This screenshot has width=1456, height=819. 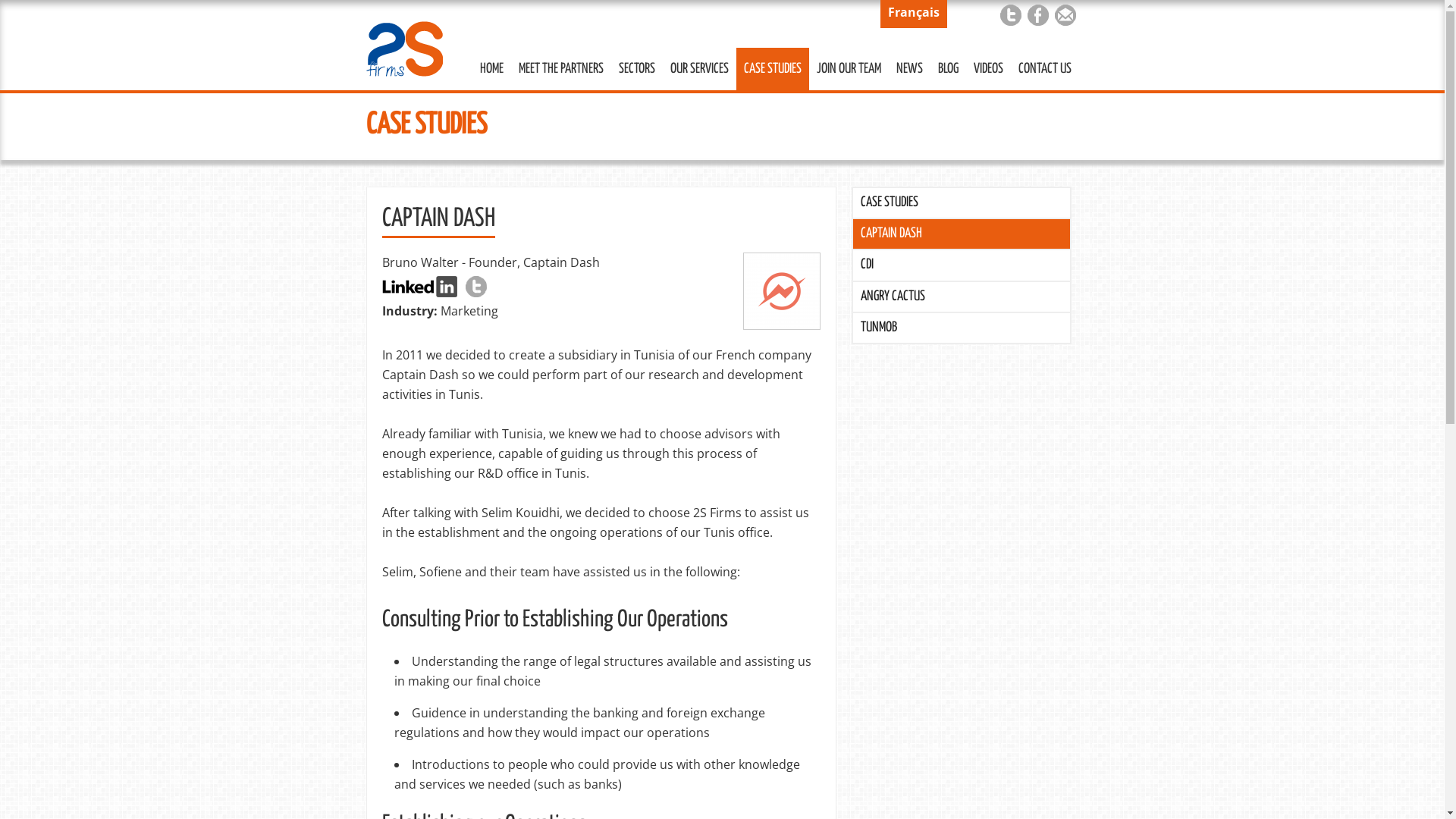 What do you see at coordinates (689, 2) in the screenshot?
I see `'Skip to main content'` at bounding box center [689, 2].